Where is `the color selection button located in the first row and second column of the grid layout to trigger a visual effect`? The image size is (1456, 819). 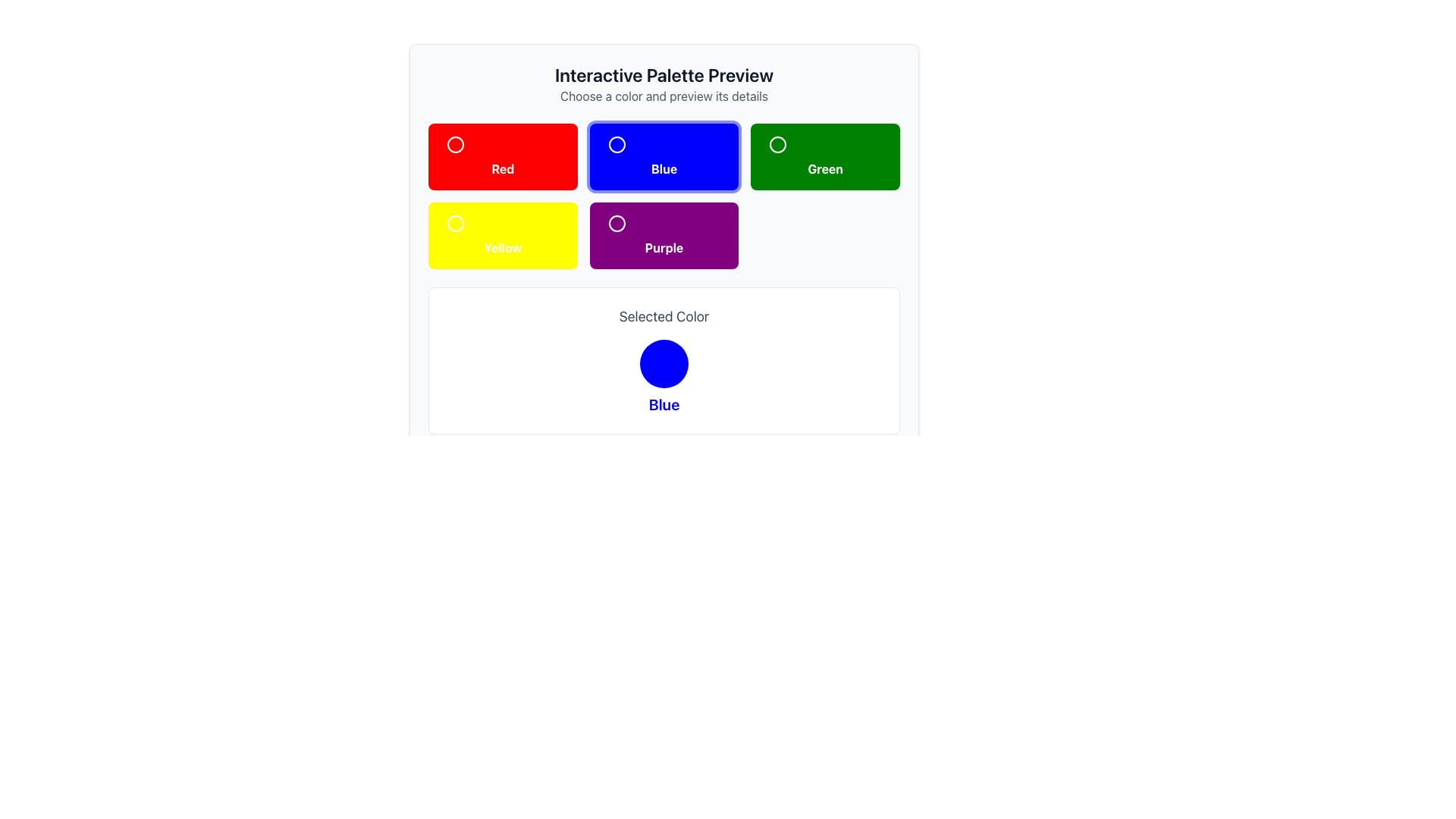
the color selection button located in the first row and second column of the grid layout to trigger a visual effect is located at coordinates (664, 157).